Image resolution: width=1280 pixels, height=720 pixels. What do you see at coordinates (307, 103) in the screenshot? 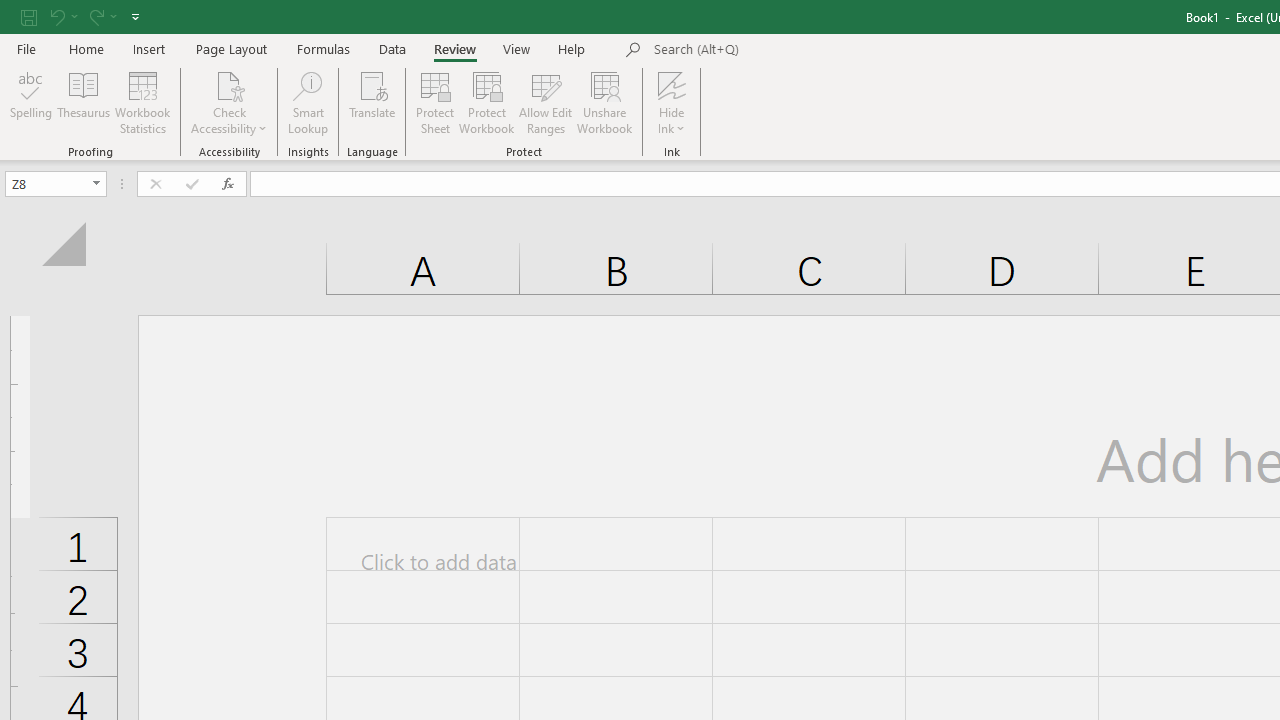
I see `'Smart Lookup'` at bounding box center [307, 103].